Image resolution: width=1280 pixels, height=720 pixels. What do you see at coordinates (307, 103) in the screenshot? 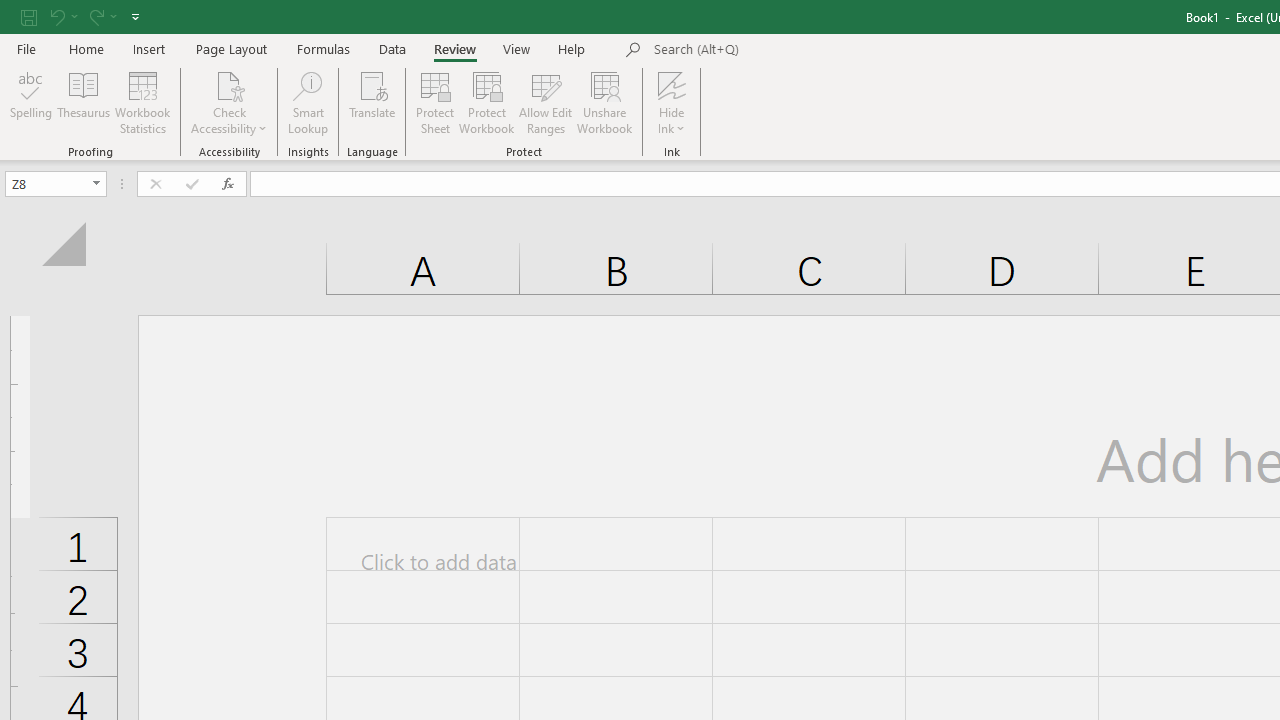
I see `'Smart Lookup'` at bounding box center [307, 103].